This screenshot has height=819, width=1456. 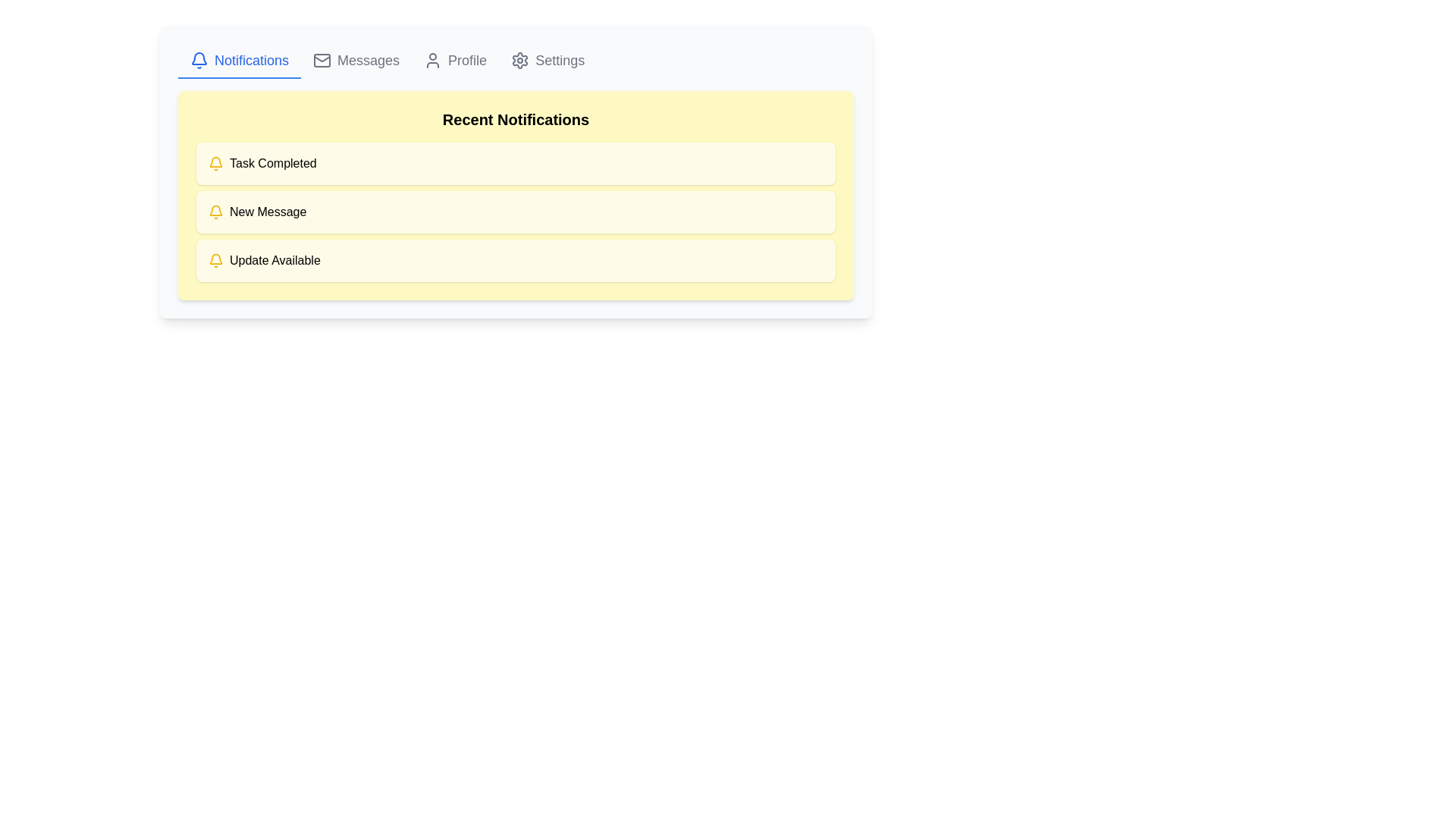 I want to click on the SVG envelope icon in the navigation bar, so click(x=322, y=60).